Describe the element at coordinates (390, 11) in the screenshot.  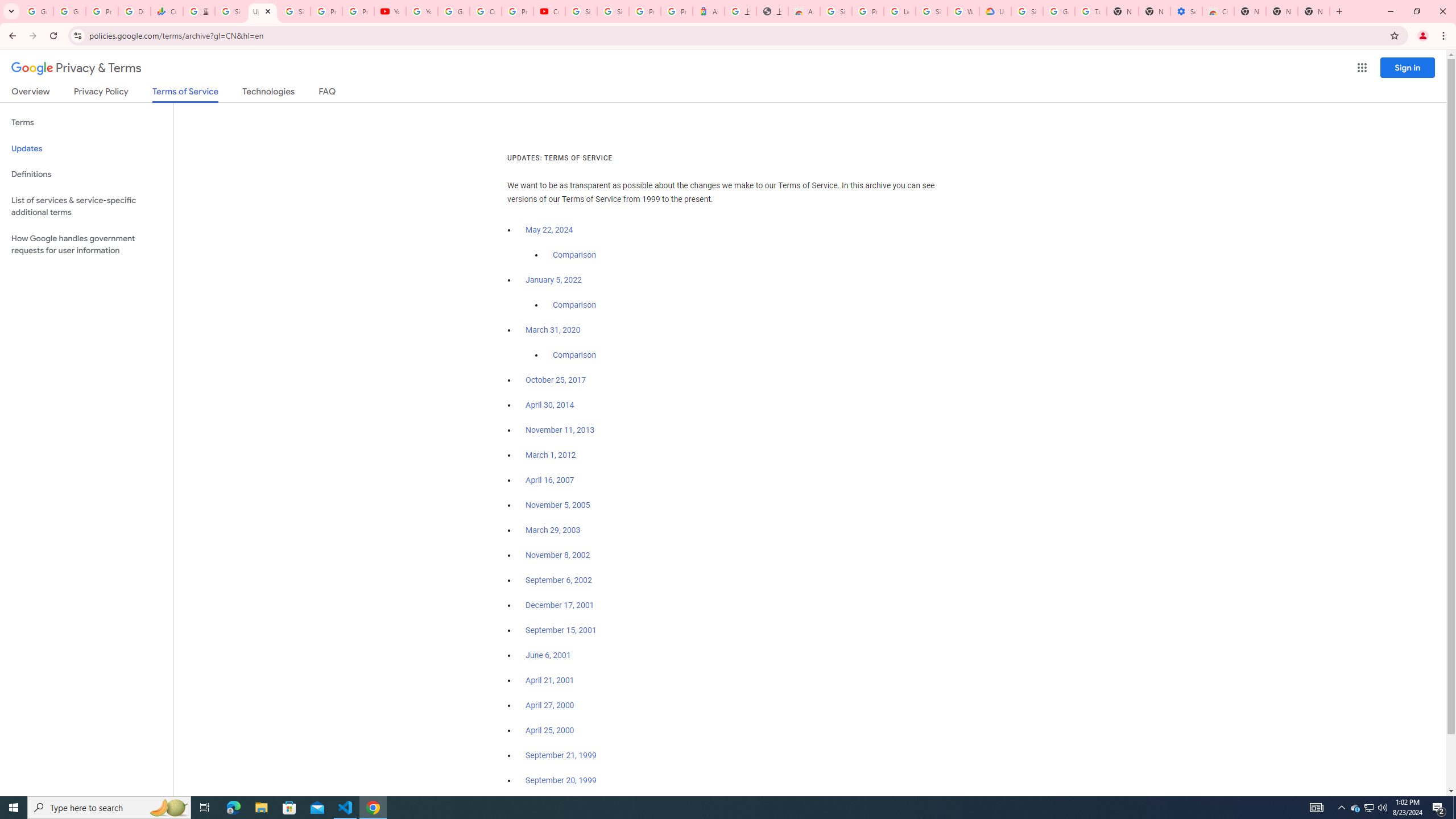
I see `'YouTube'` at that location.